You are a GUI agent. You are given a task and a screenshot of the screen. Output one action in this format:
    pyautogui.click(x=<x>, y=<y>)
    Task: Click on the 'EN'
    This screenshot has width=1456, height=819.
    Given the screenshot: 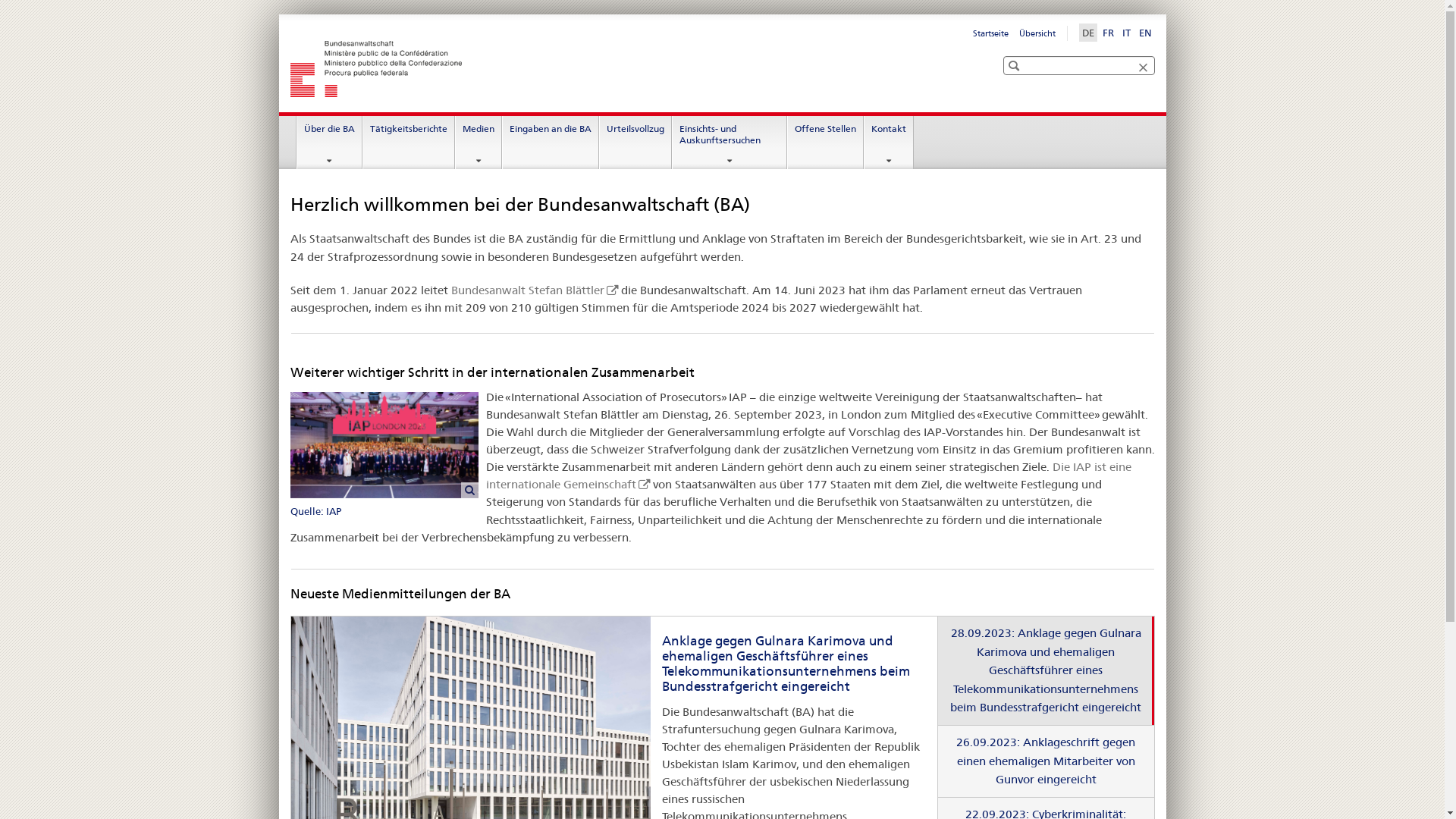 What is the action you would take?
    pyautogui.click(x=1145, y=32)
    